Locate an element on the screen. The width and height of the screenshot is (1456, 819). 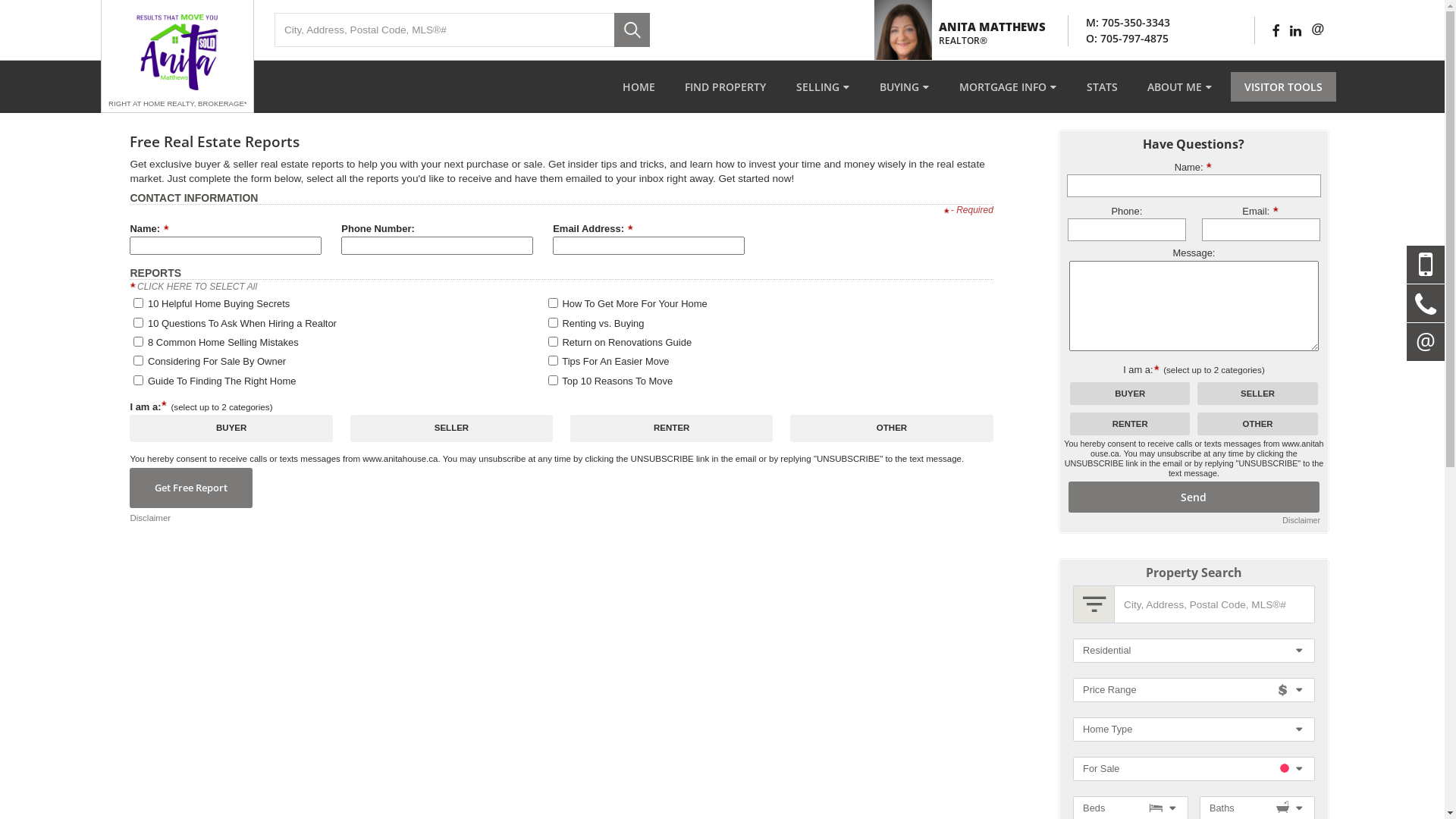
'Get Free Report' is located at coordinates (190, 488).